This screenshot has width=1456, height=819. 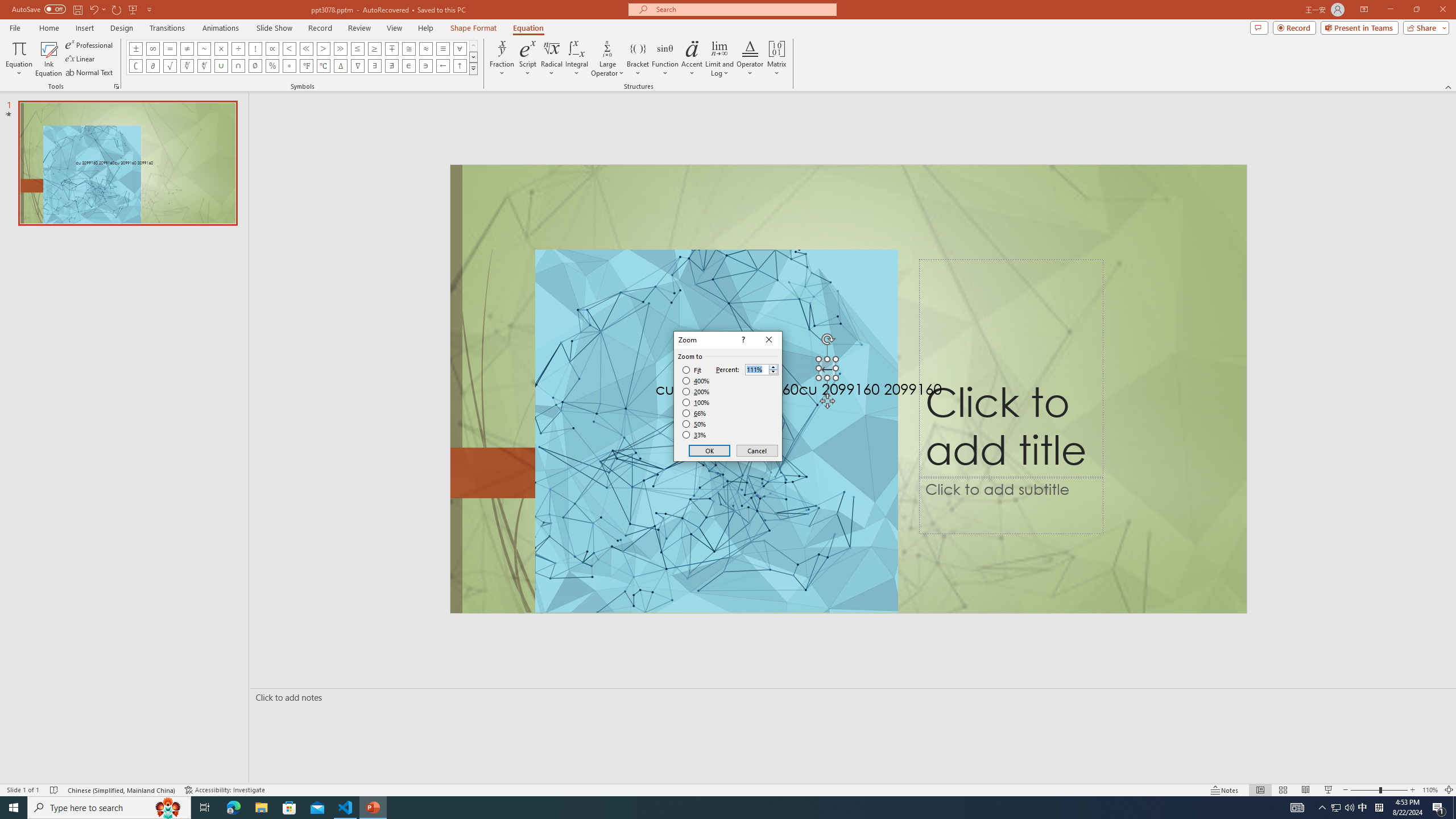 I want to click on '100%', so click(x=696, y=402).